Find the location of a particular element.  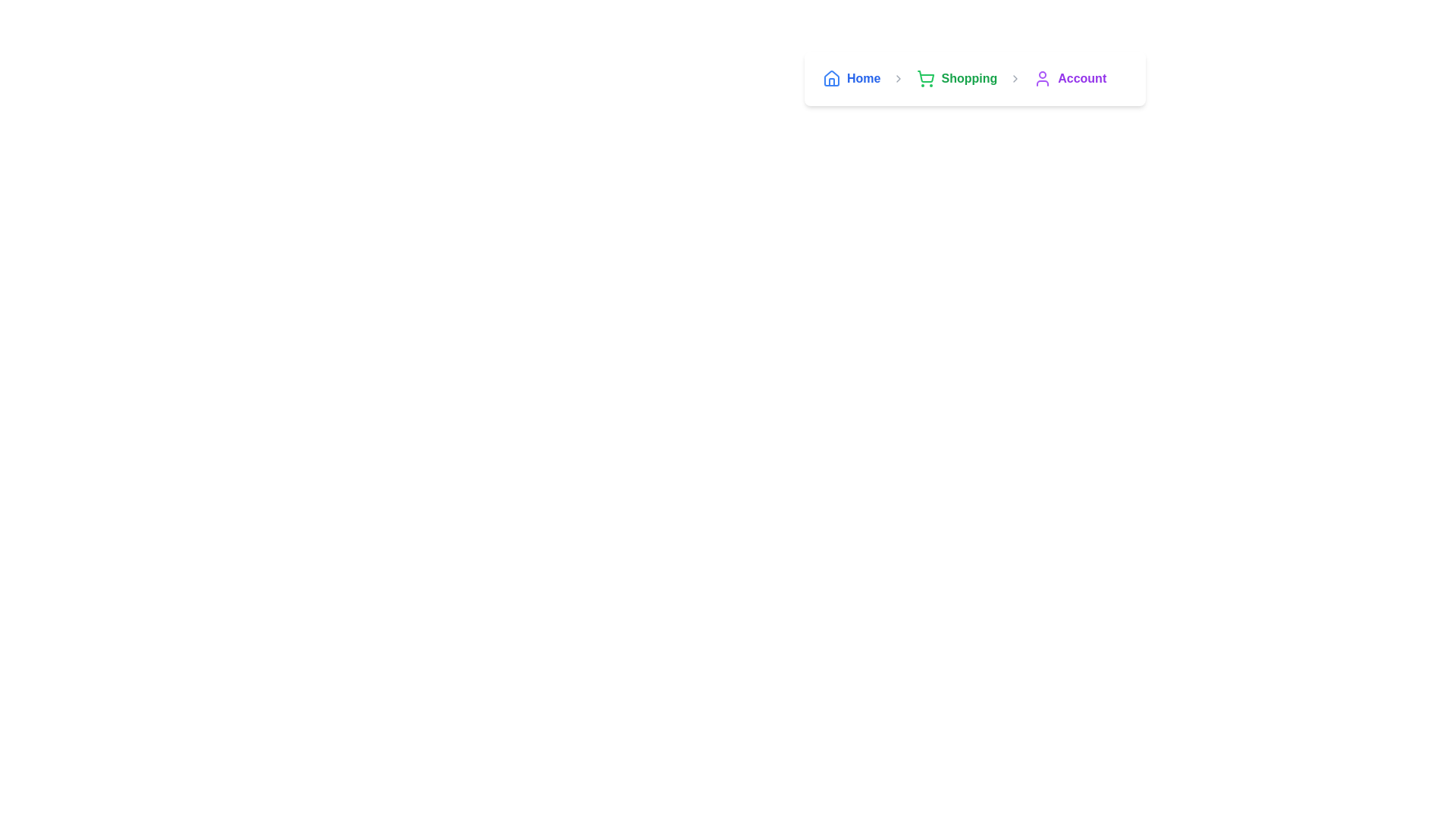

the hyperlink located in the upper-right area of the page, part of the breadcrumb navigation bar, positioned after the shopping cart icon and before the 'Account' link is located at coordinates (968, 79).